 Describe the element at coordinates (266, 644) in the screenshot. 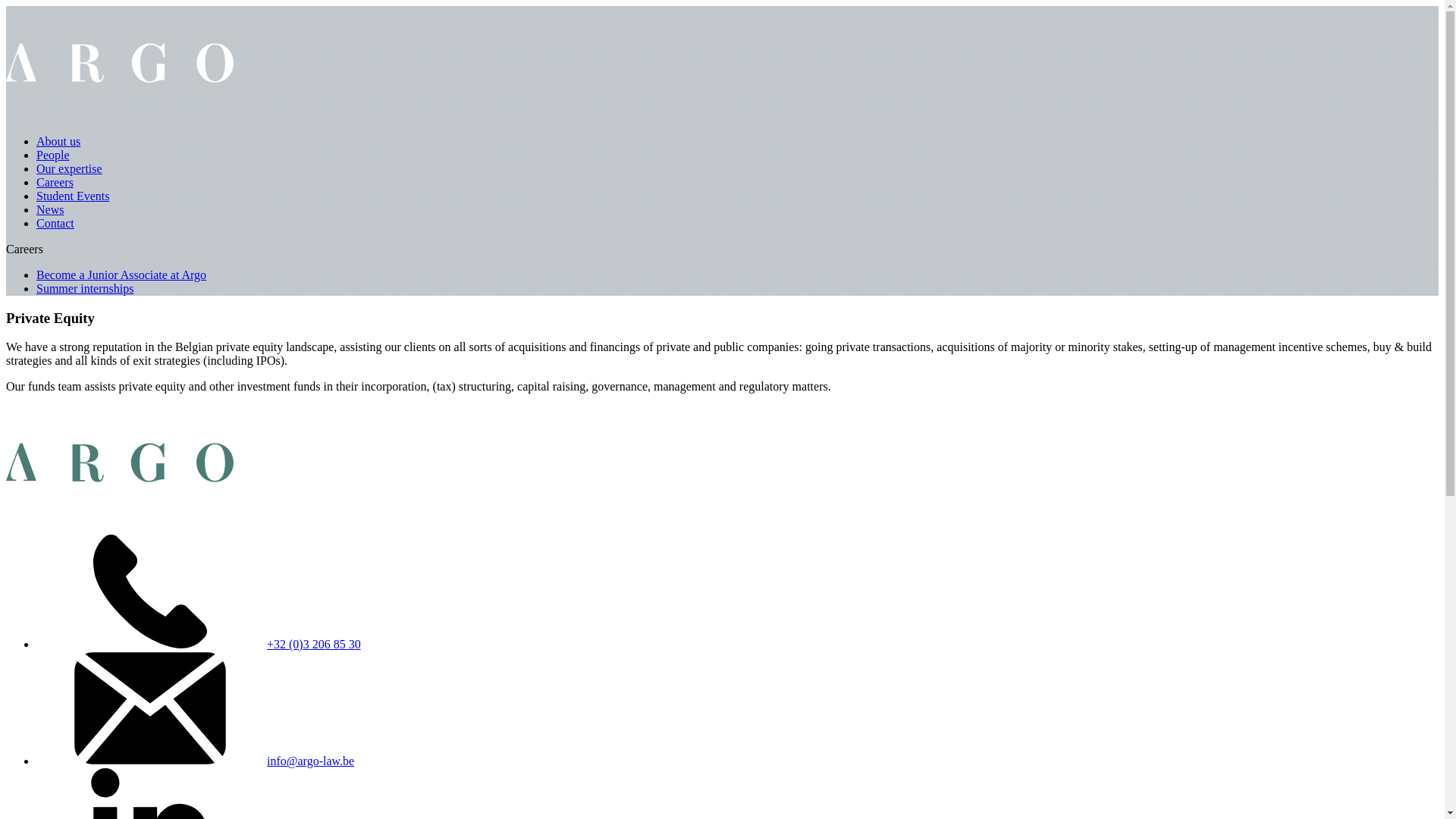

I see `'+32 (0)3 206 85 30'` at that location.